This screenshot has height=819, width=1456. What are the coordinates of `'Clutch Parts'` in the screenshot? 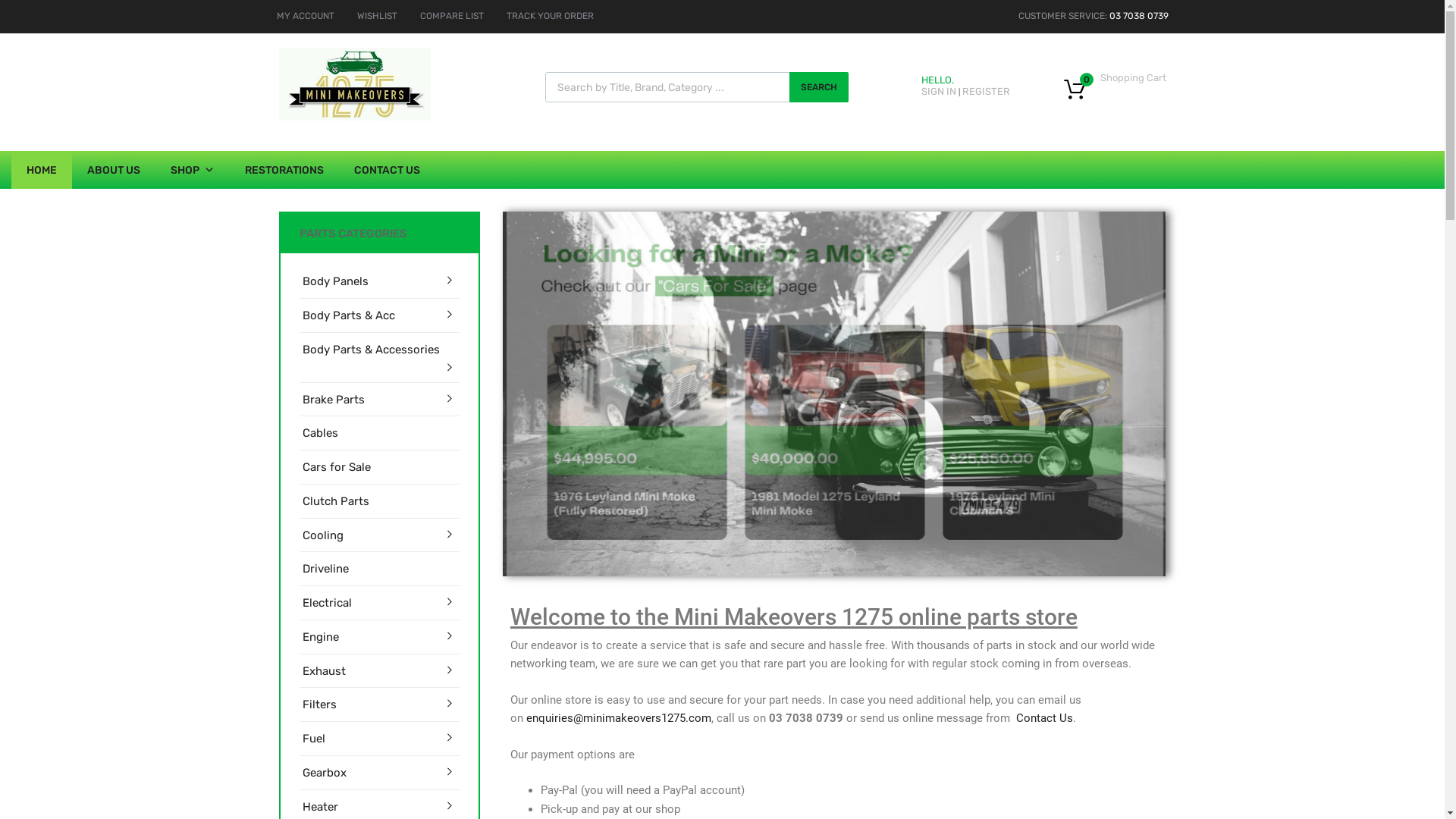 It's located at (334, 501).